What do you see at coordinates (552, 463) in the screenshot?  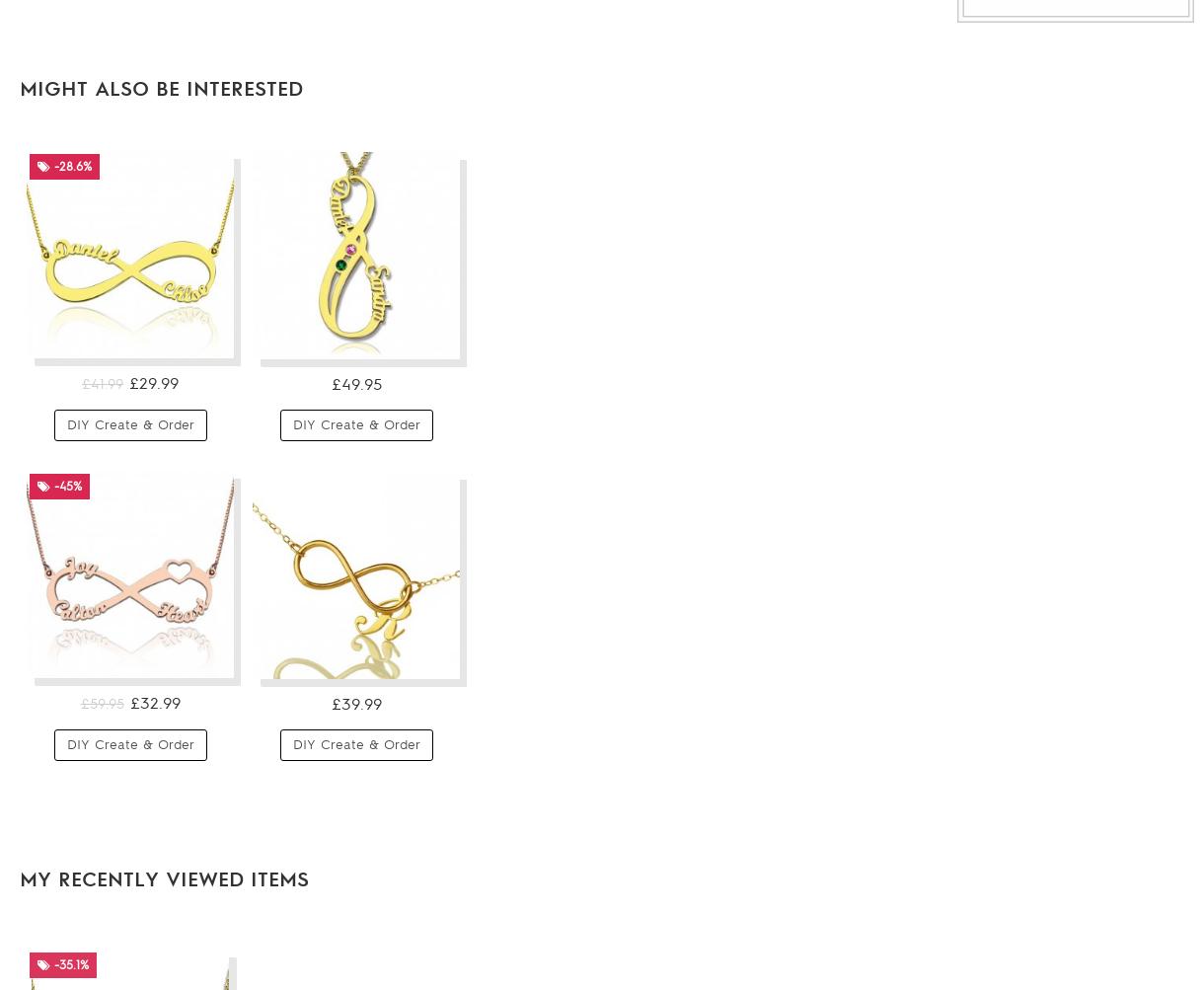 I see `'£59.00'` at bounding box center [552, 463].